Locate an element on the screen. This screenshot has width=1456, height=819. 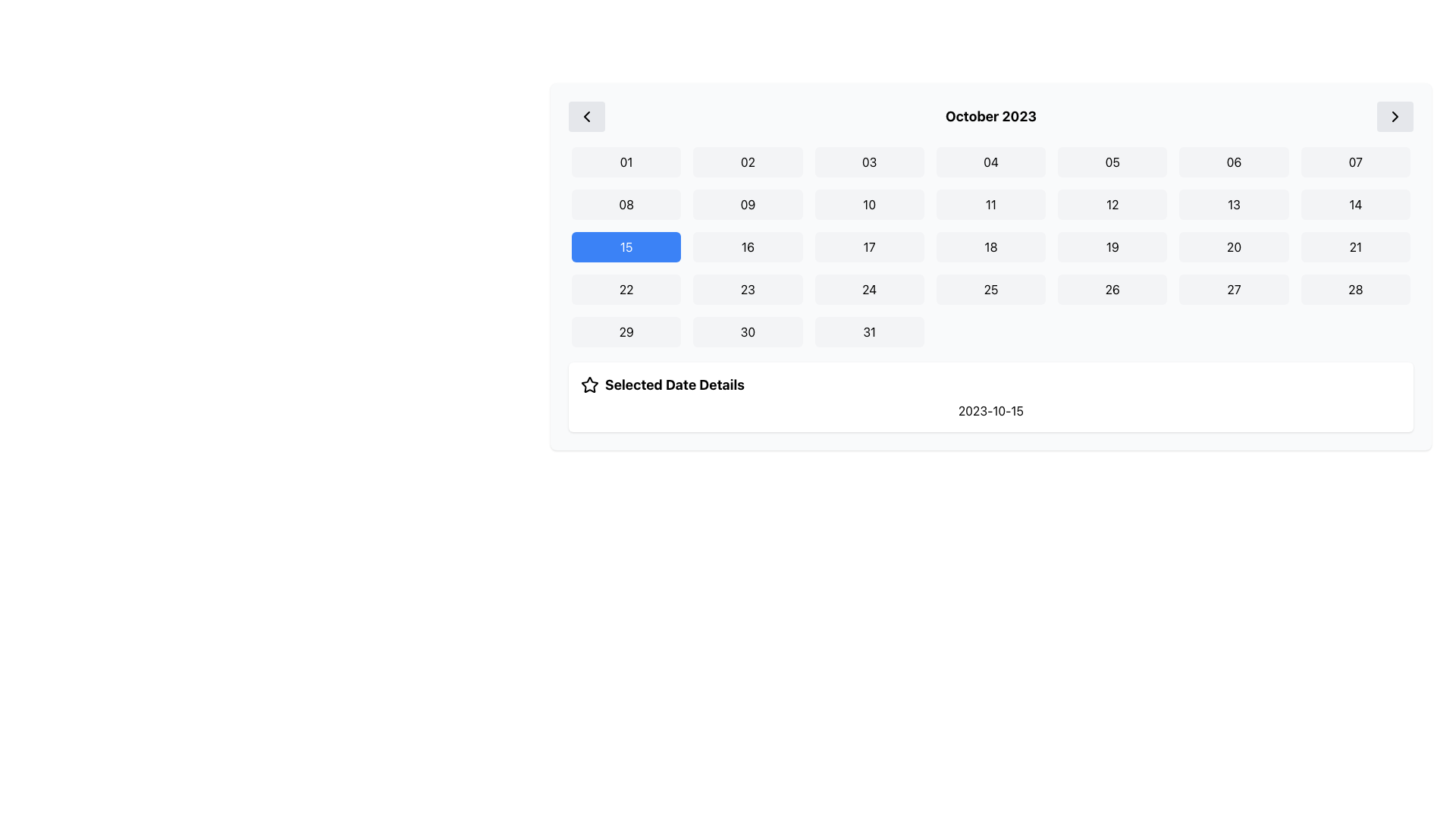
the button representing the second day of October 2023 in the calendar grid layout is located at coordinates (748, 162).